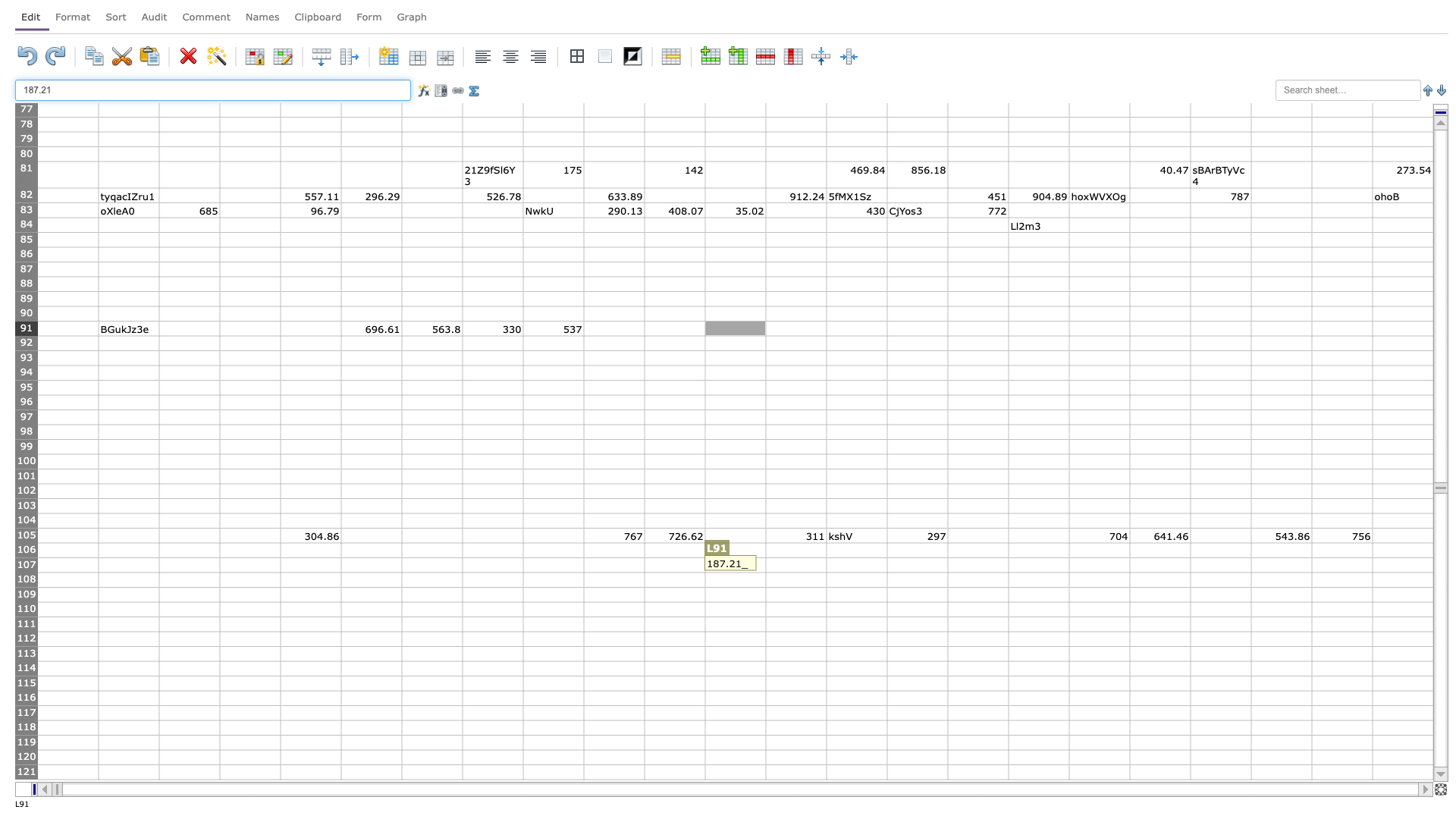 This screenshot has width=1456, height=819. I want to click on right edge of O107, so click(946, 565).